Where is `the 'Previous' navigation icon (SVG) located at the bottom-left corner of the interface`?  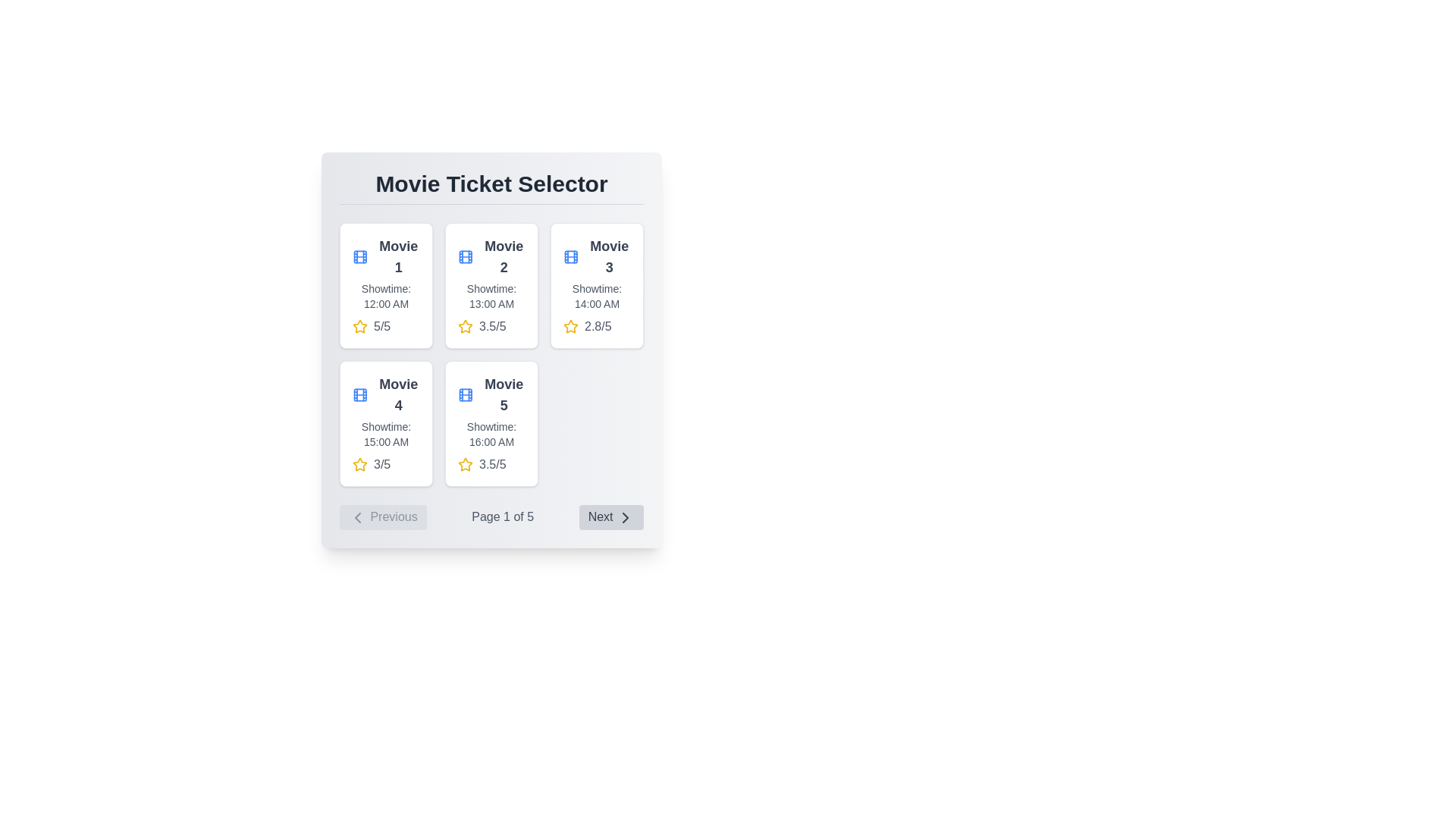
the 'Previous' navigation icon (SVG) located at the bottom-left corner of the interface is located at coordinates (356, 516).